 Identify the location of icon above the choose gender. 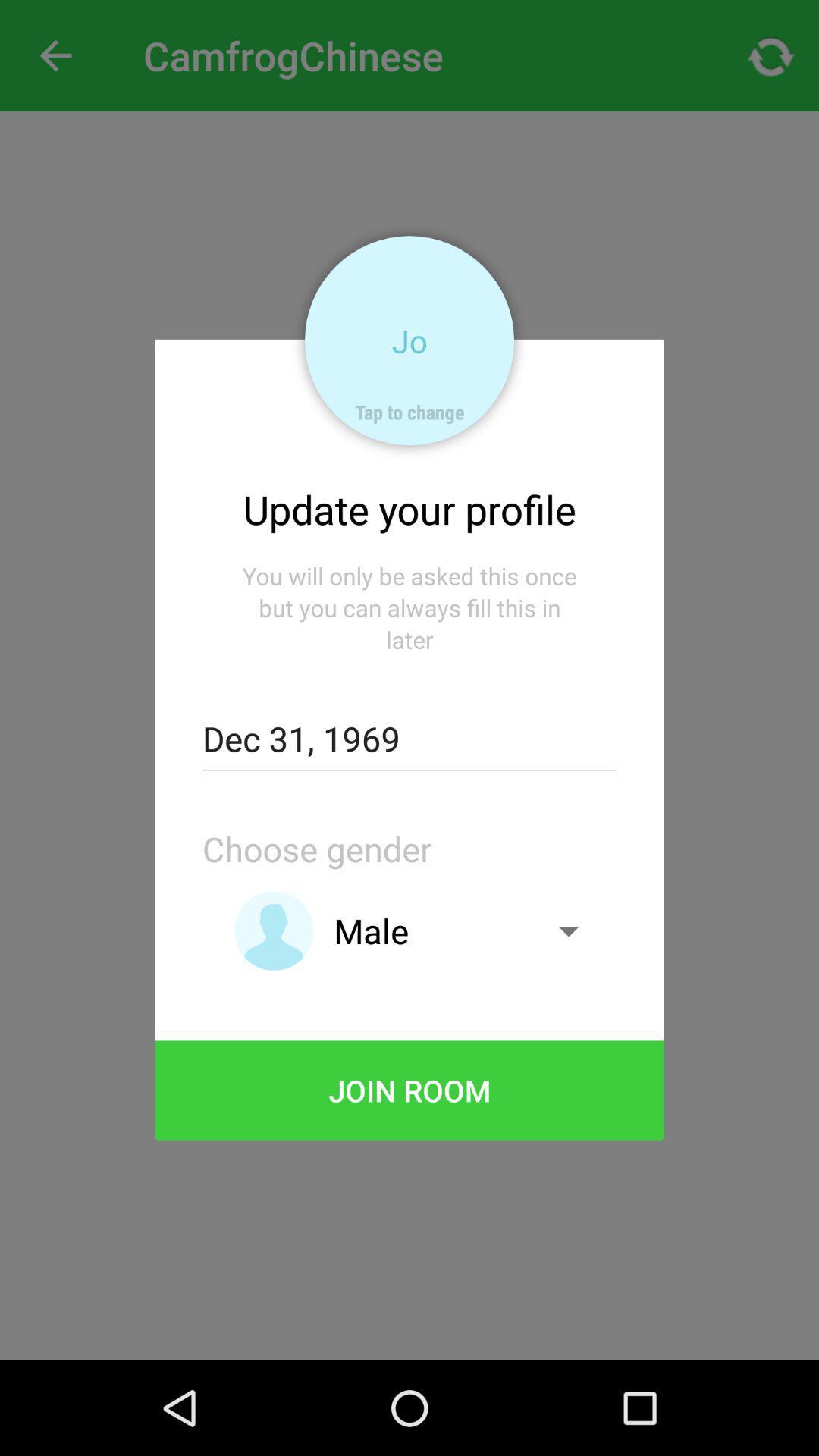
(409, 739).